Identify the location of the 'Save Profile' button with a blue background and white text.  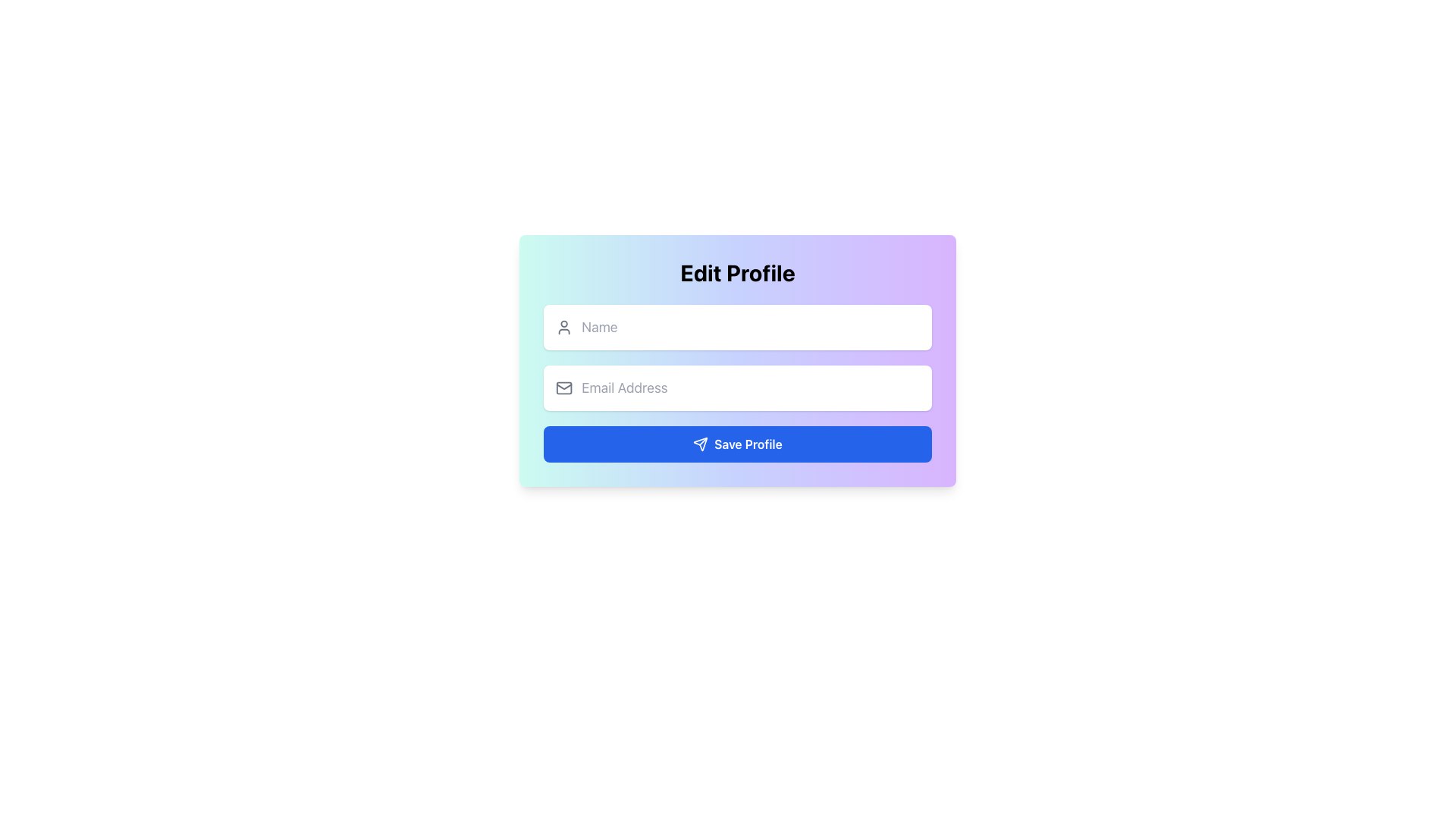
(738, 444).